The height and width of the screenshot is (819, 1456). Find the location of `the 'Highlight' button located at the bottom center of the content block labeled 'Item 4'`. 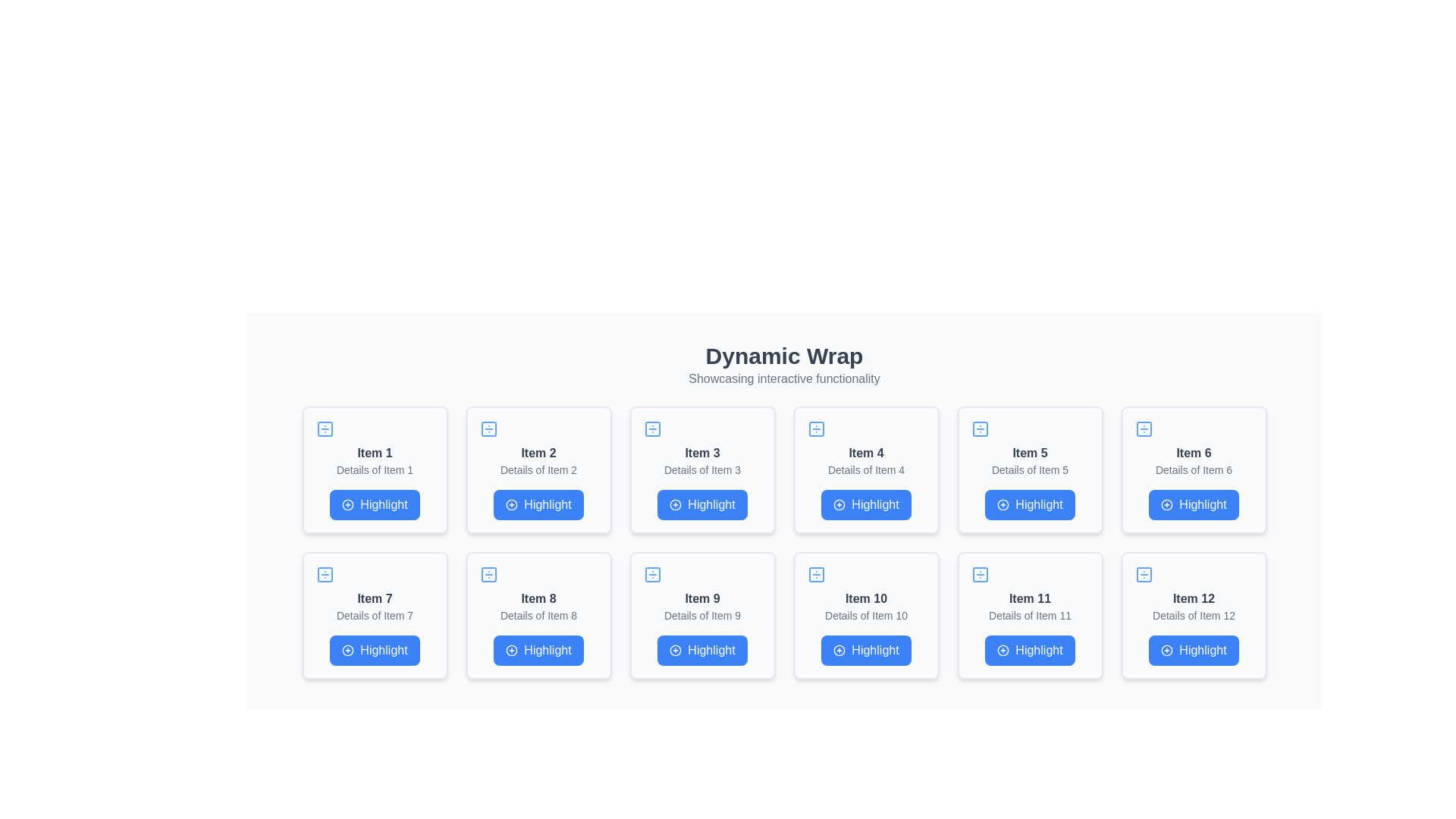

the 'Highlight' button located at the bottom center of the content block labeled 'Item 4' is located at coordinates (866, 505).